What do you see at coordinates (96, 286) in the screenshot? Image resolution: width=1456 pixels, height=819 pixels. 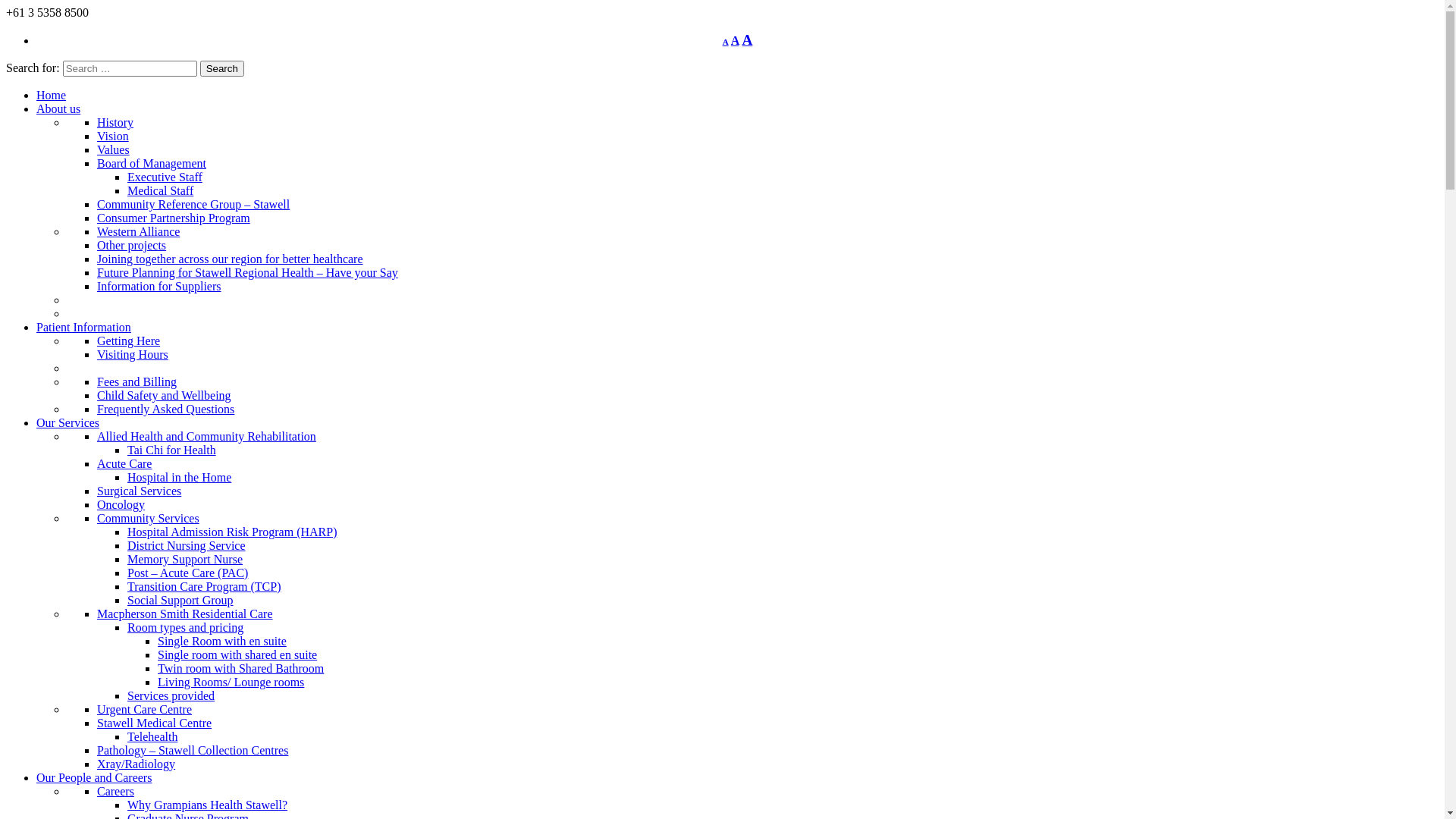 I see `'Information for Suppliers'` at bounding box center [96, 286].